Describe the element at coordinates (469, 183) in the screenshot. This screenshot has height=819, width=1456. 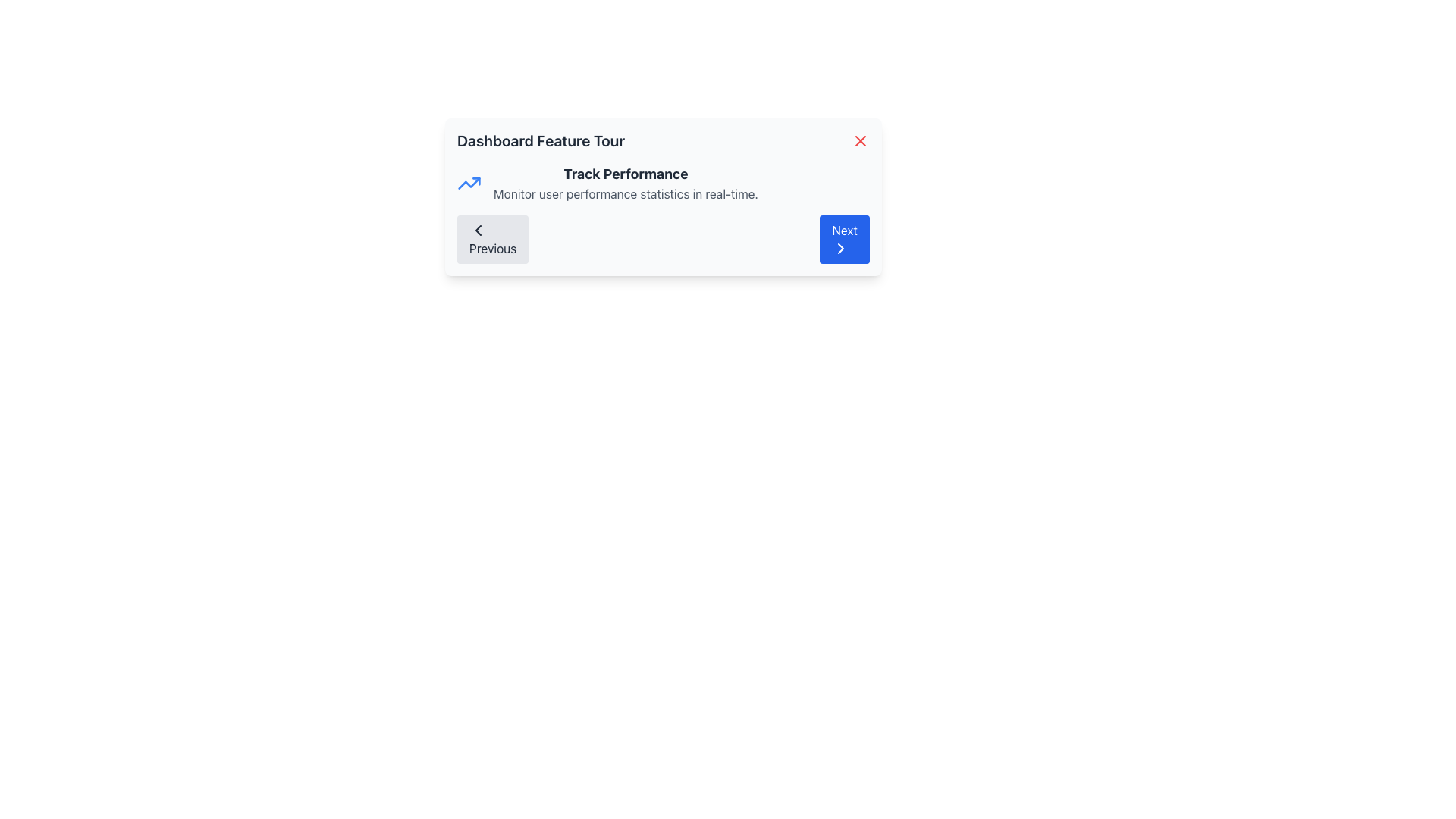
I see `the line chart icon located to the left of the 'Track Performance' title in the guided tour modal` at that location.